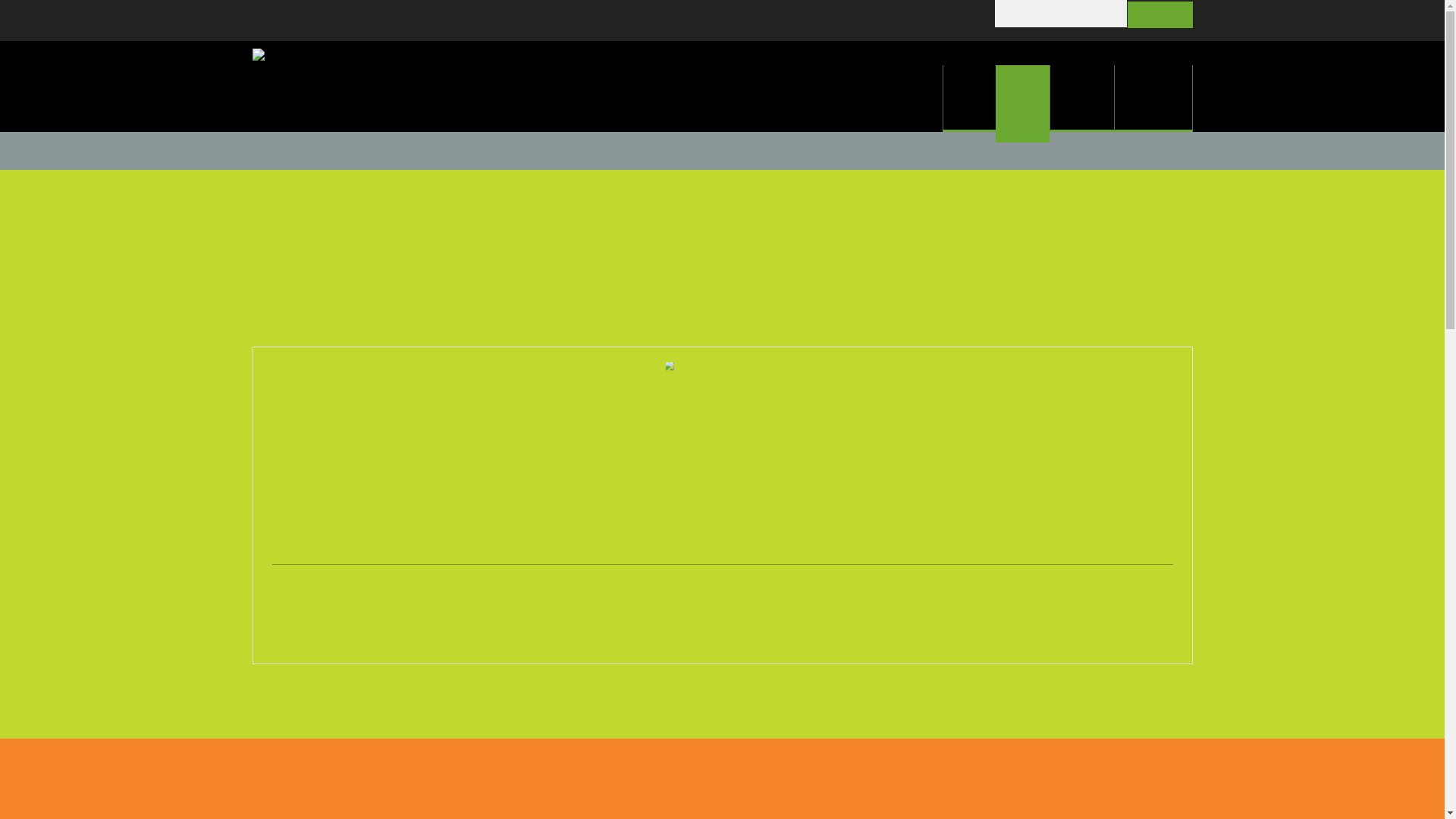  What do you see at coordinates (251, 86) in the screenshot?
I see `'Go to site home page'` at bounding box center [251, 86].